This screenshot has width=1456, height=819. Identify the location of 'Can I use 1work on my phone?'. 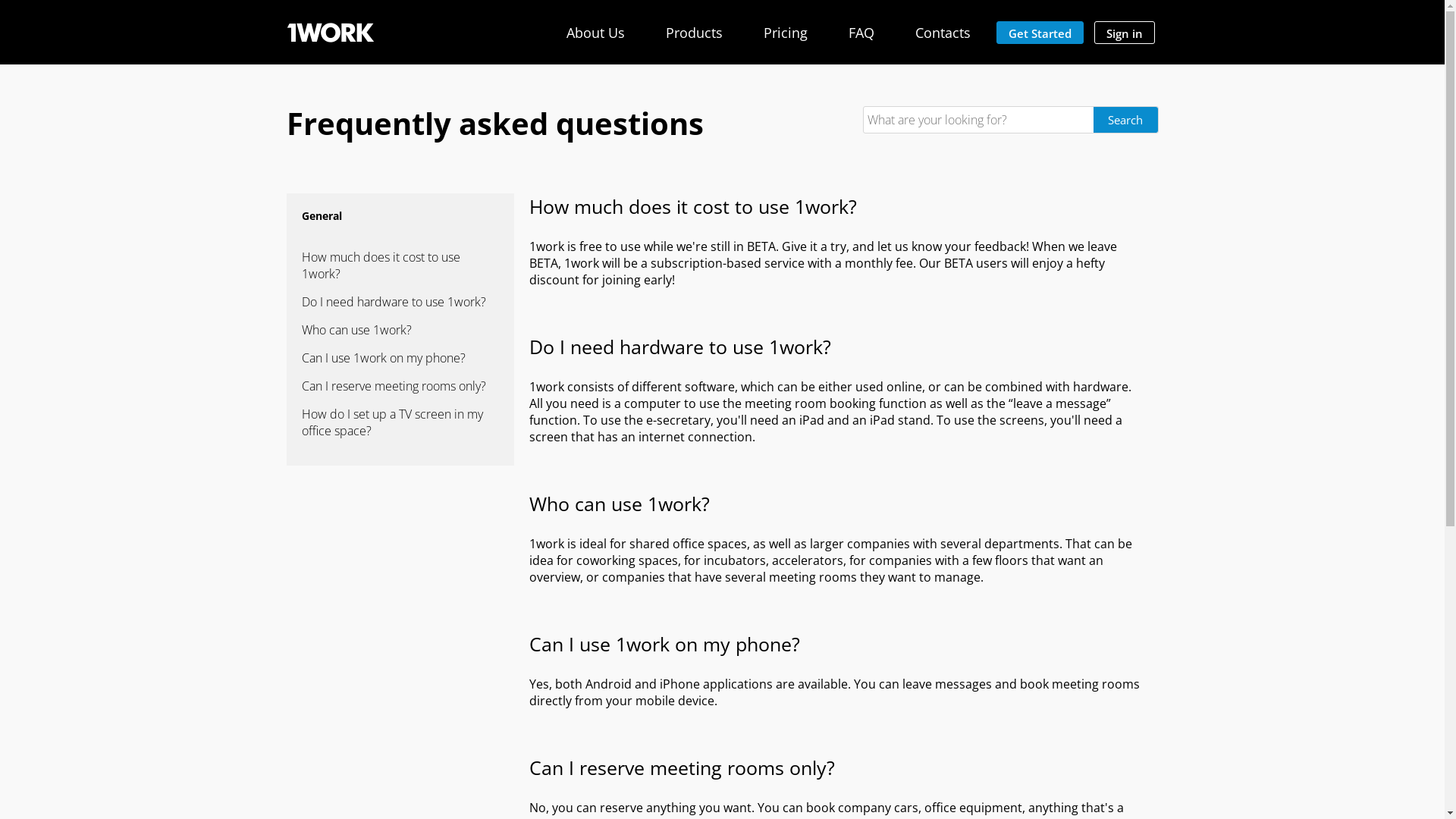
(302, 357).